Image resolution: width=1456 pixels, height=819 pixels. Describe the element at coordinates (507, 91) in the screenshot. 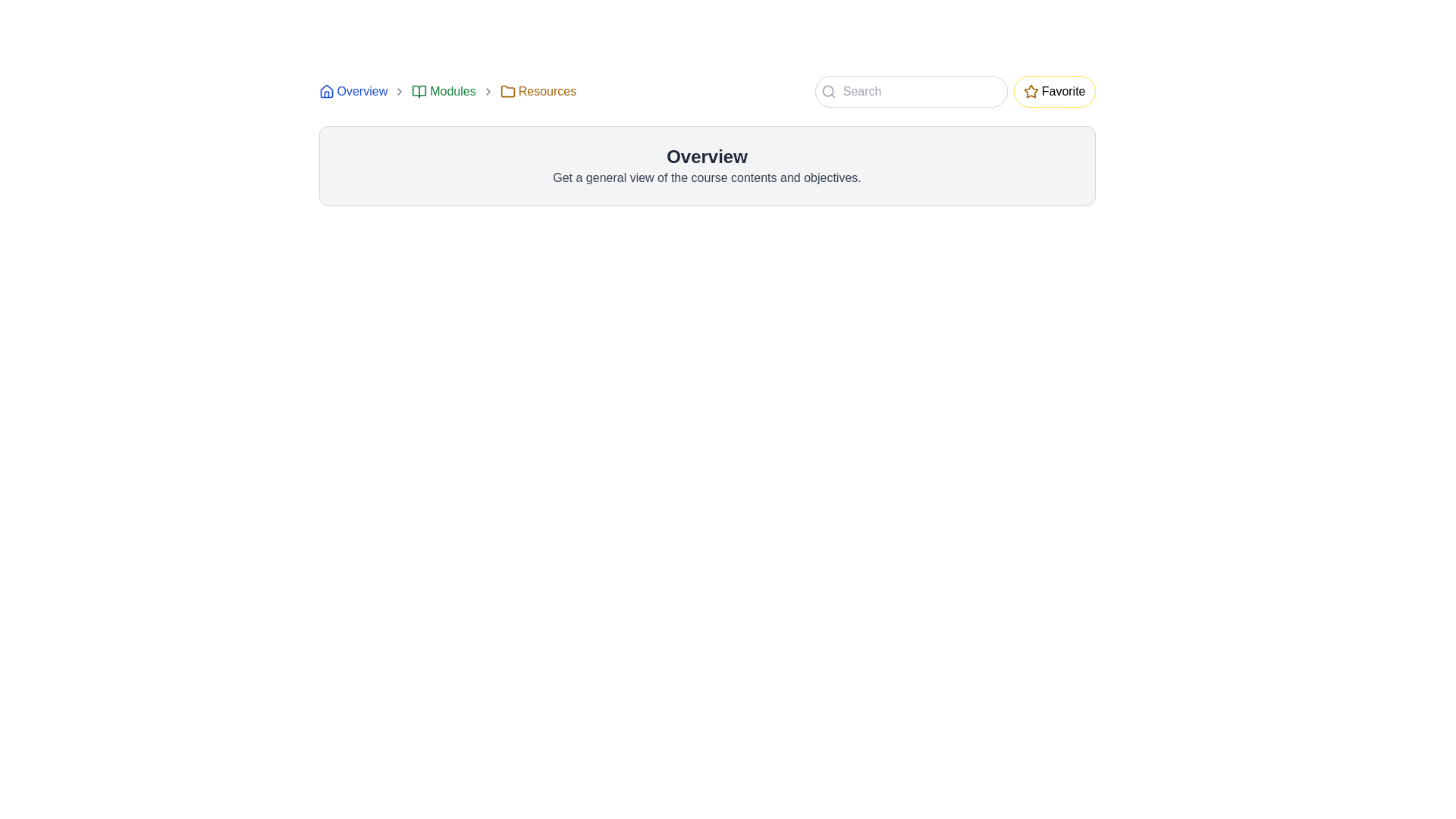

I see `the folder-shaped icon in the breadcrumb navigation bar, located to the right of the 'Modules' breadcrumb and before the 'Resources' breadcrumb` at that location.